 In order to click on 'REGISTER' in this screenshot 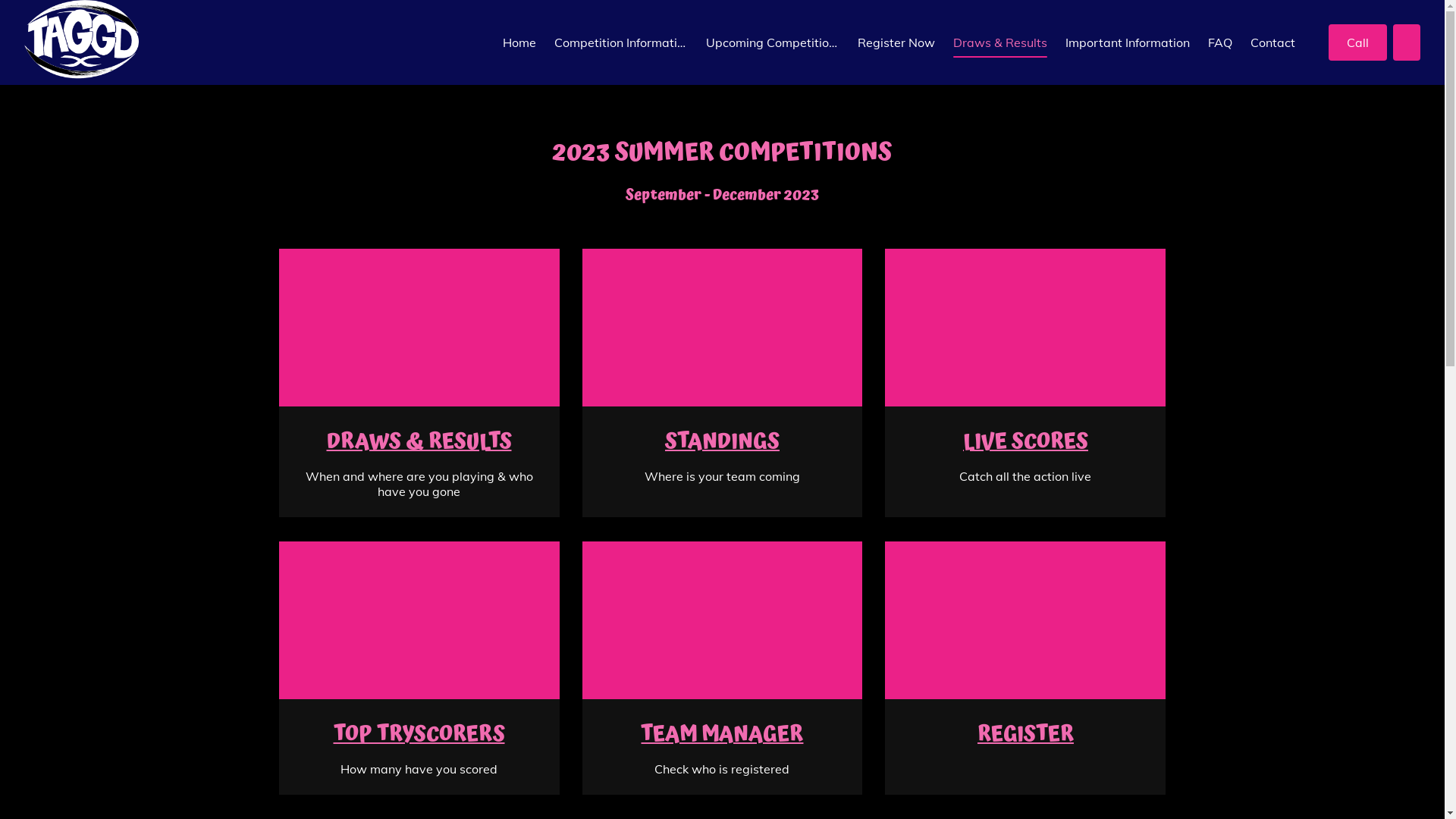, I will do `click(977, 733)`.